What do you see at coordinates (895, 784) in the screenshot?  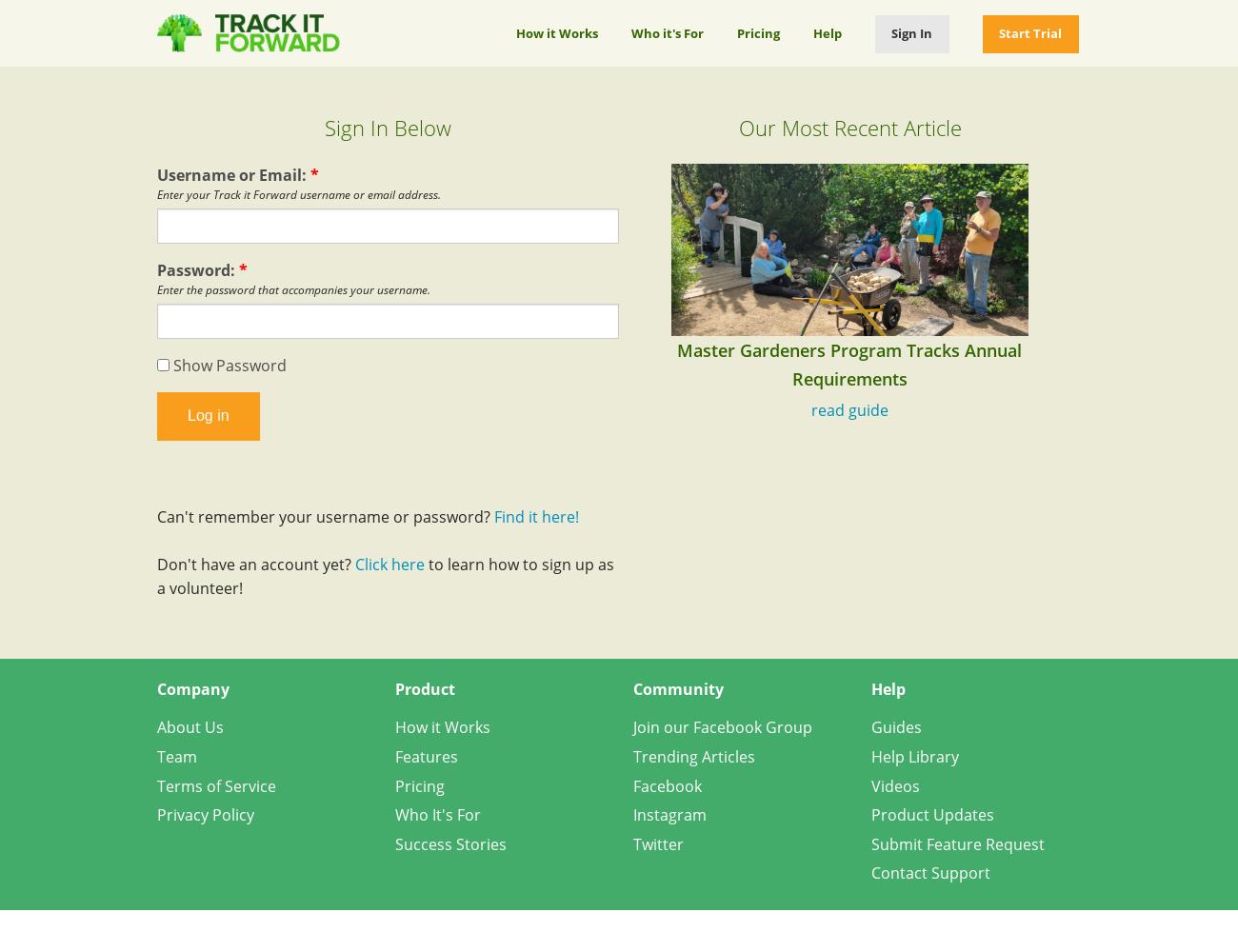 I see `'Videos'` at bounding box center [895, 784].